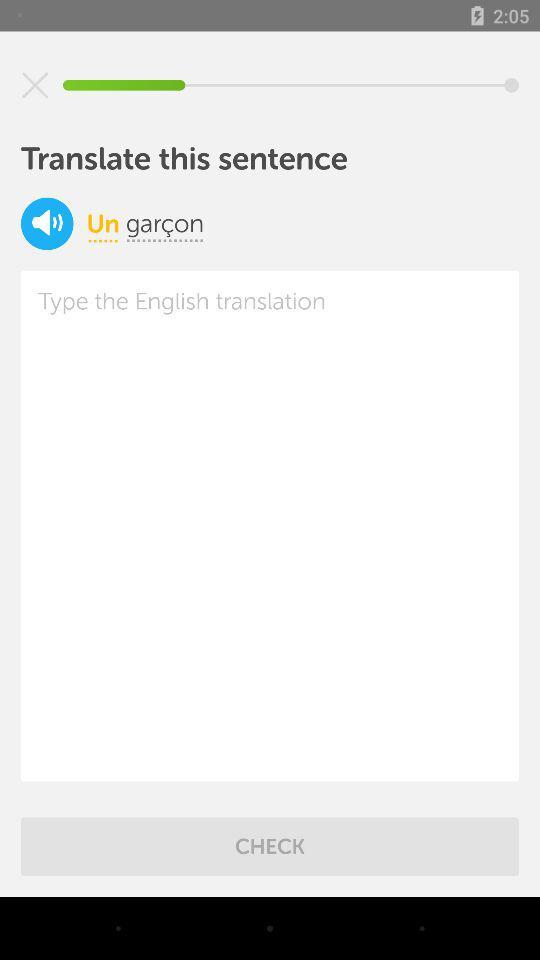 Image resolution: width=540 pixels, height=960 pixels. What do you see at coordinates (47, 223) in the screenshot?
I see `volume` at bounding box center [47, 223].